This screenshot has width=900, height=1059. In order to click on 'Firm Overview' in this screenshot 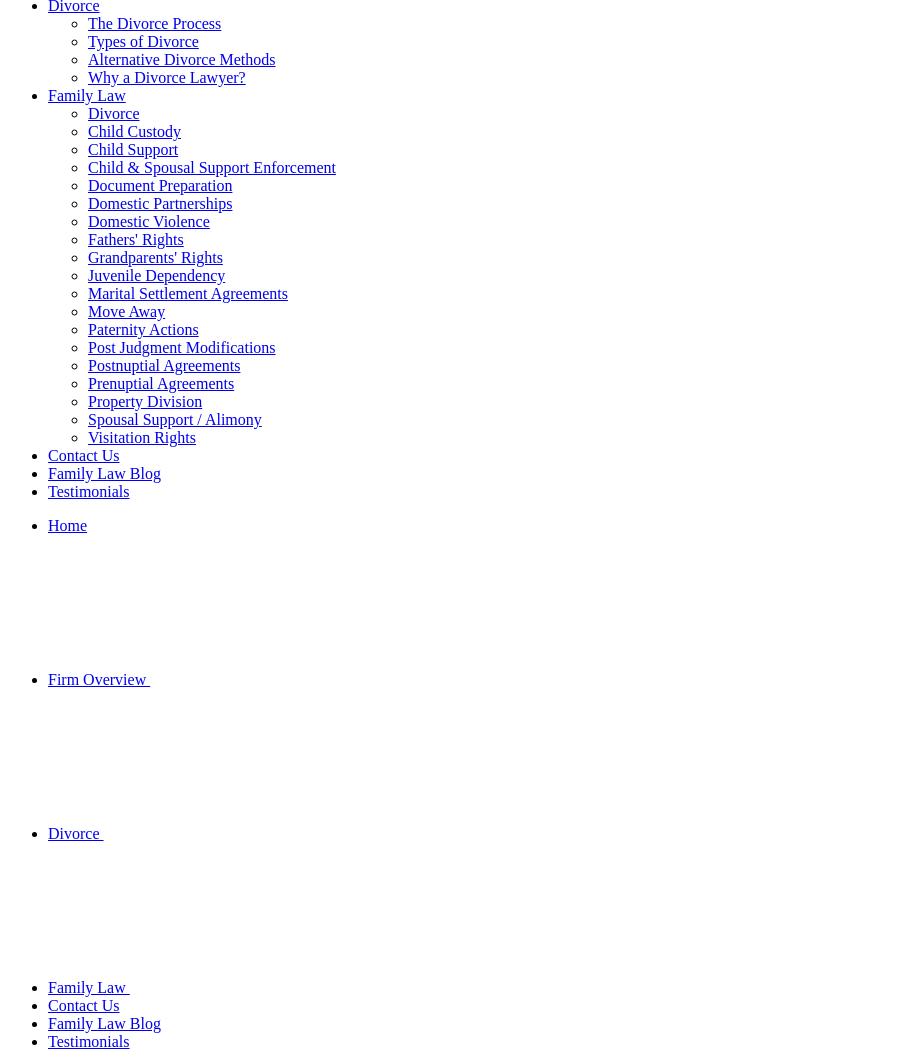, I will do `click(98, 679)`.